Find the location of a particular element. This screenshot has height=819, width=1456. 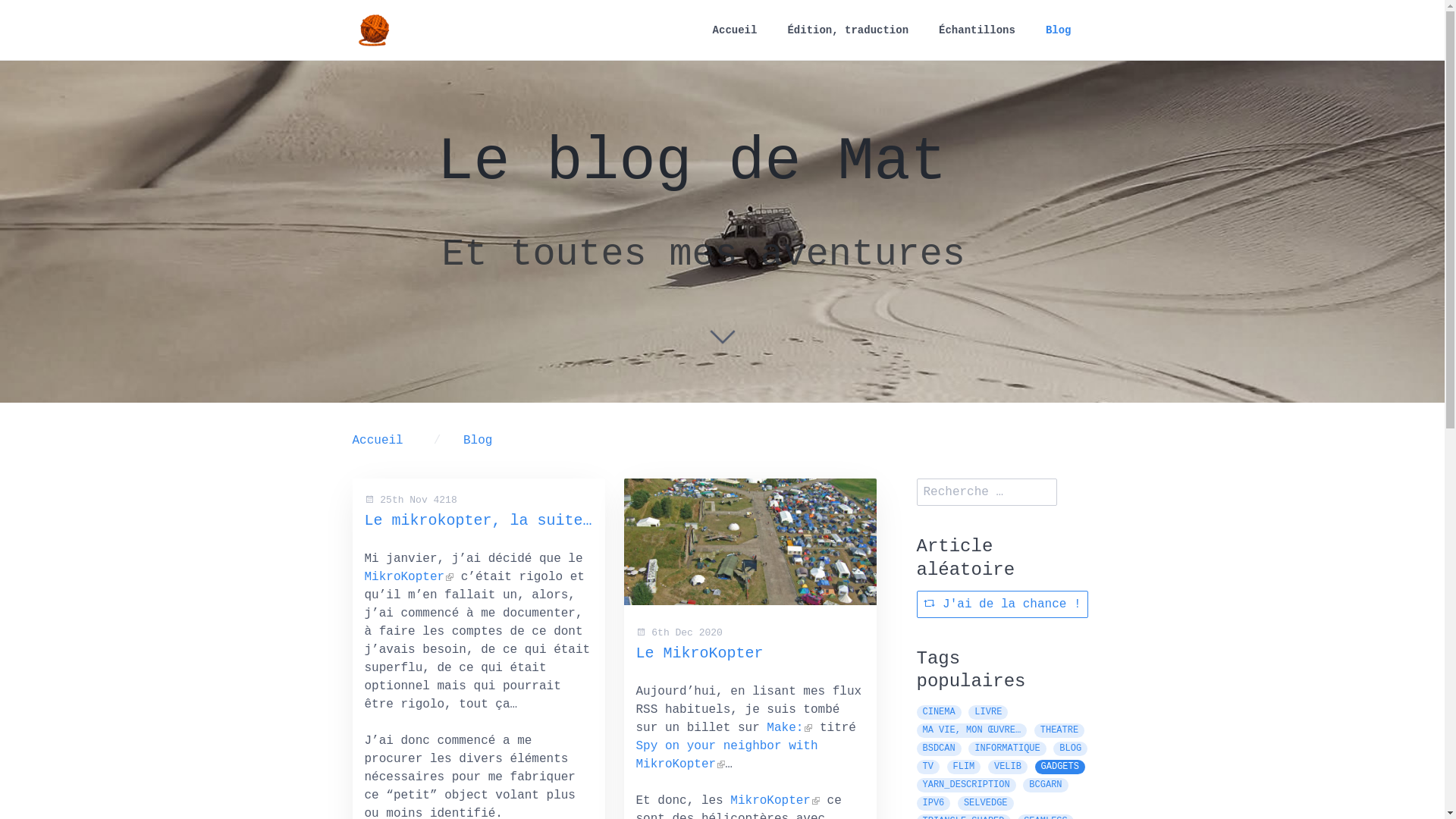

'Spy on your neighbor with MikroKopter' is located at coordinates (726, 755).